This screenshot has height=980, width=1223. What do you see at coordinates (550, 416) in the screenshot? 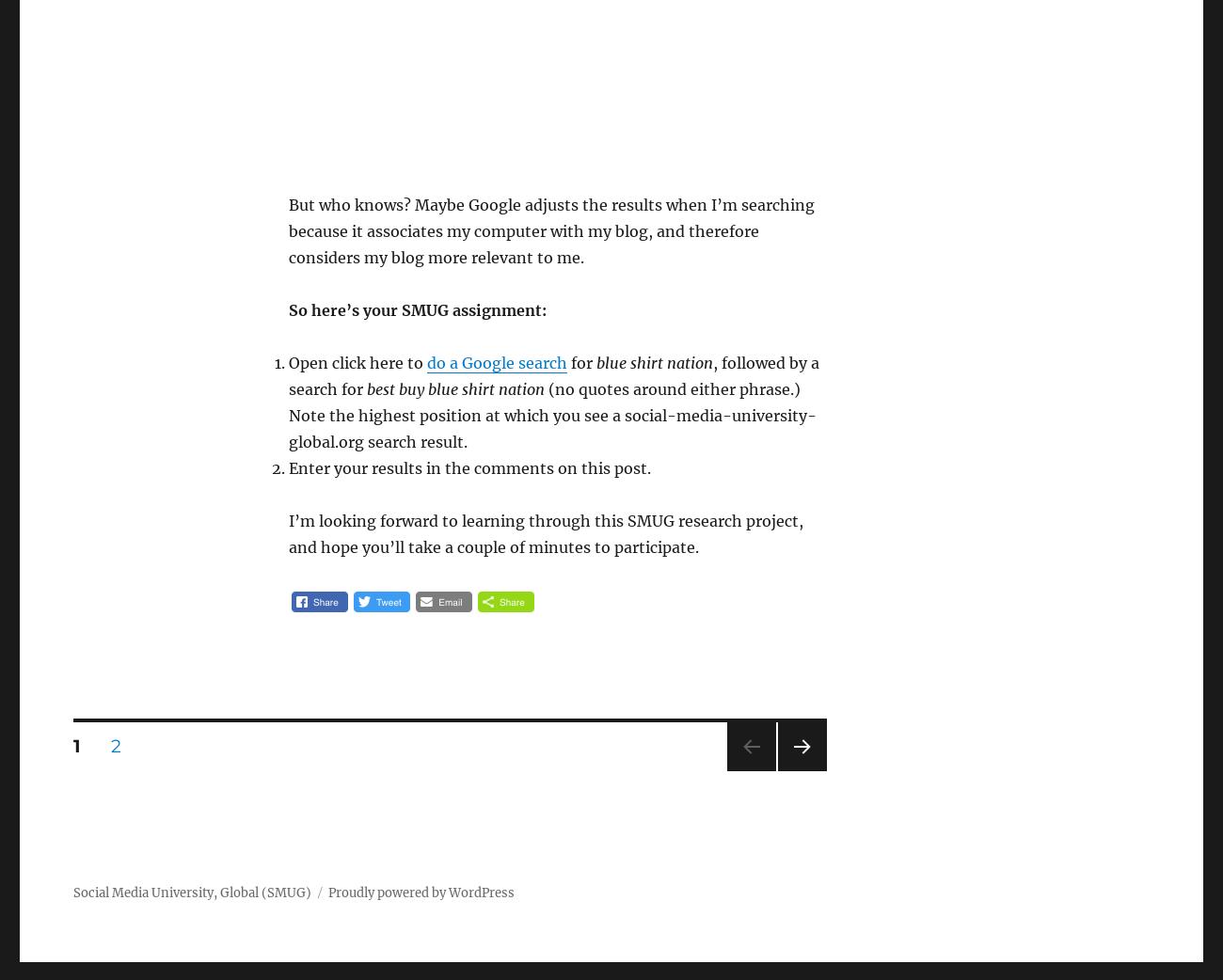
I see `'(no quotes around either phrase.) Note the highest position at which you see a social-media-university-global.org search result.'` at bounding box center [550, 416].